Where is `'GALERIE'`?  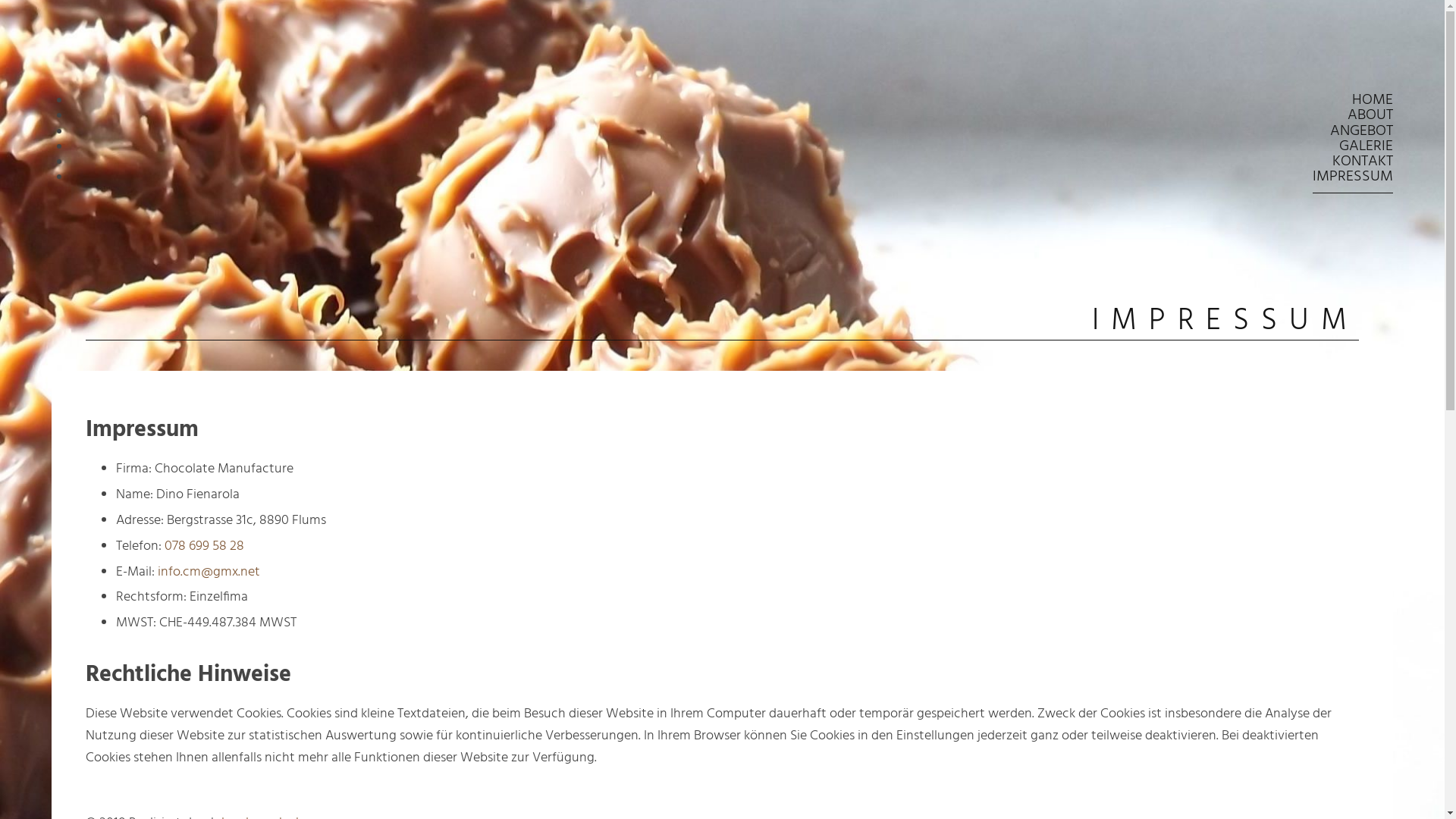
'GALERIE' is located at coordinates (1366, 146).